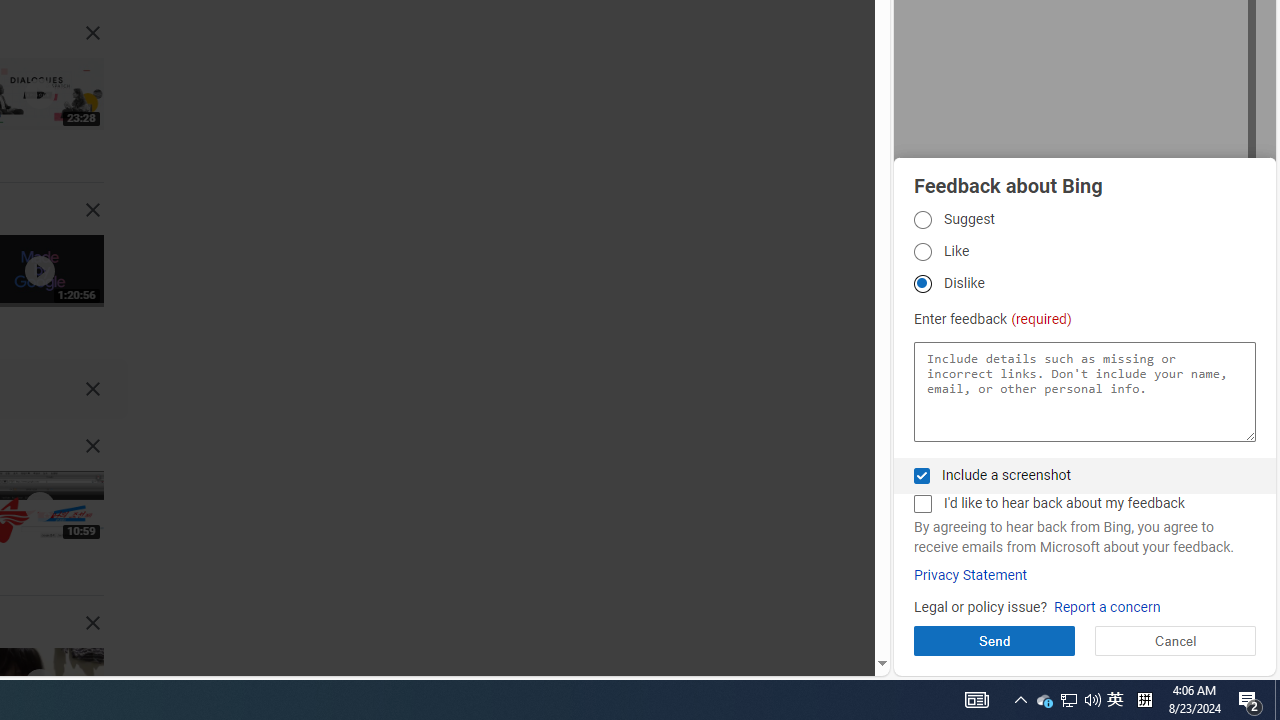 Image resolution: width=1280 pixels, height=720 pixels. I want to click on 'AutomationID: fbpgdgtp2', so click(921, 250).